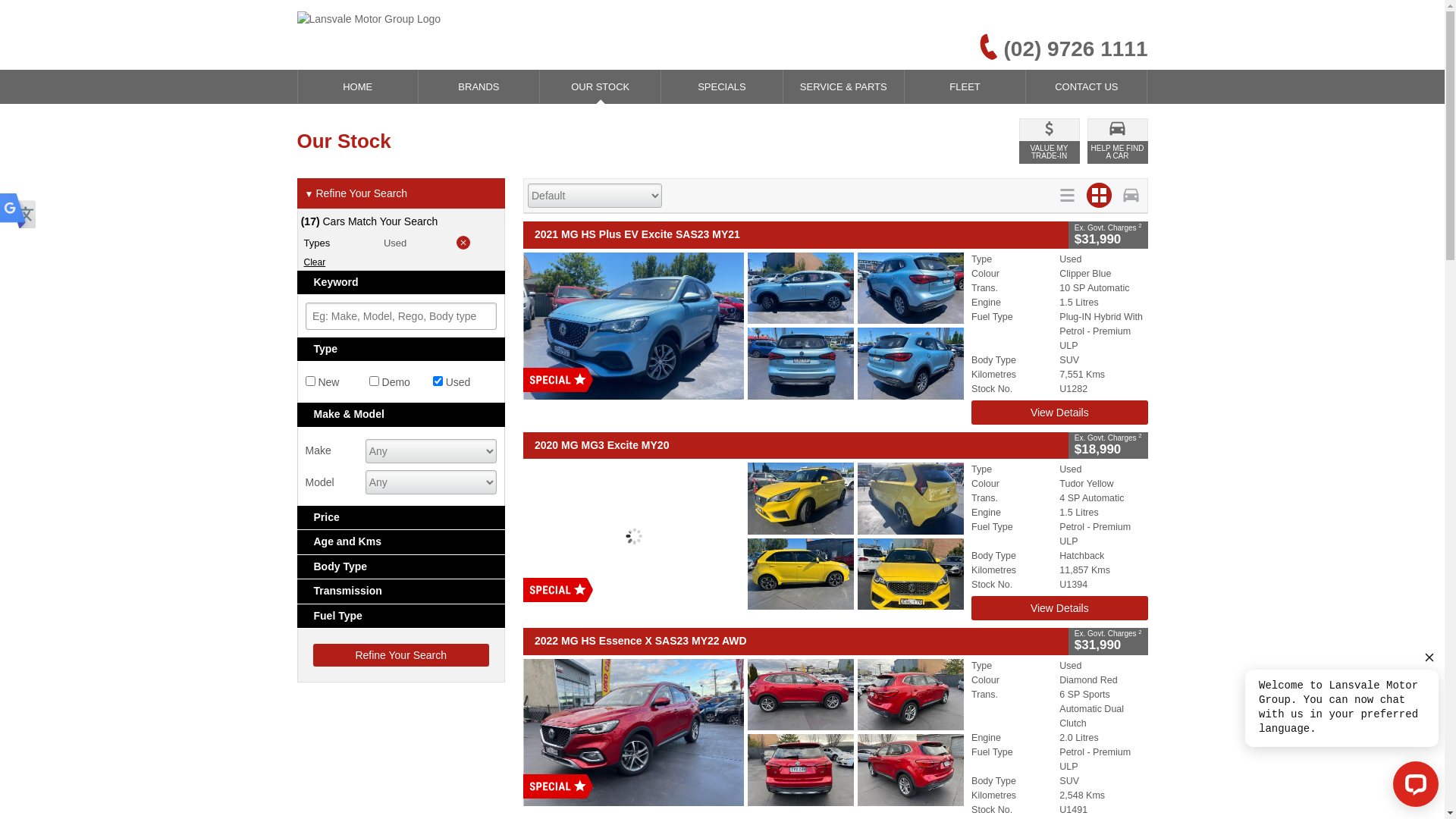  What do you see at coordinates (1085, 86) in the screenshot?
I see `'CONTACT US'` at bounding box center [1085, 86].